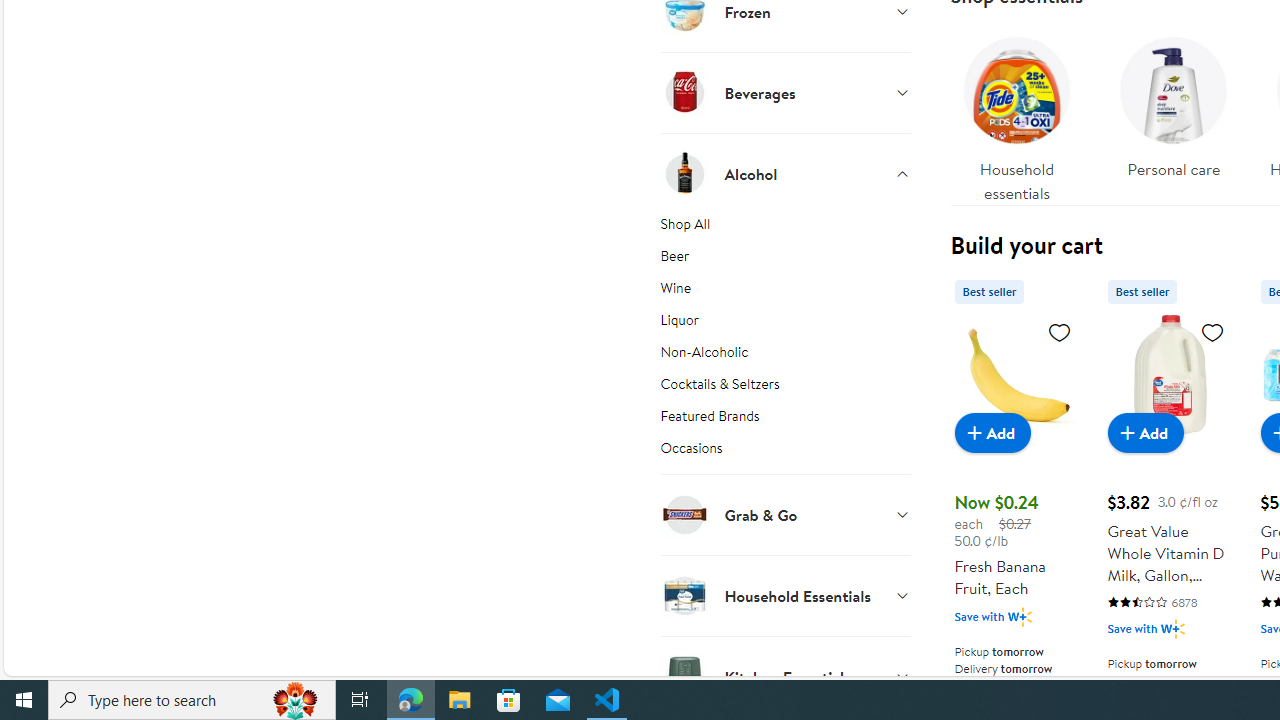 The height and width of the screenshot is (720, 1280). I want to click on 'Grab & Go', so click(784, 513).